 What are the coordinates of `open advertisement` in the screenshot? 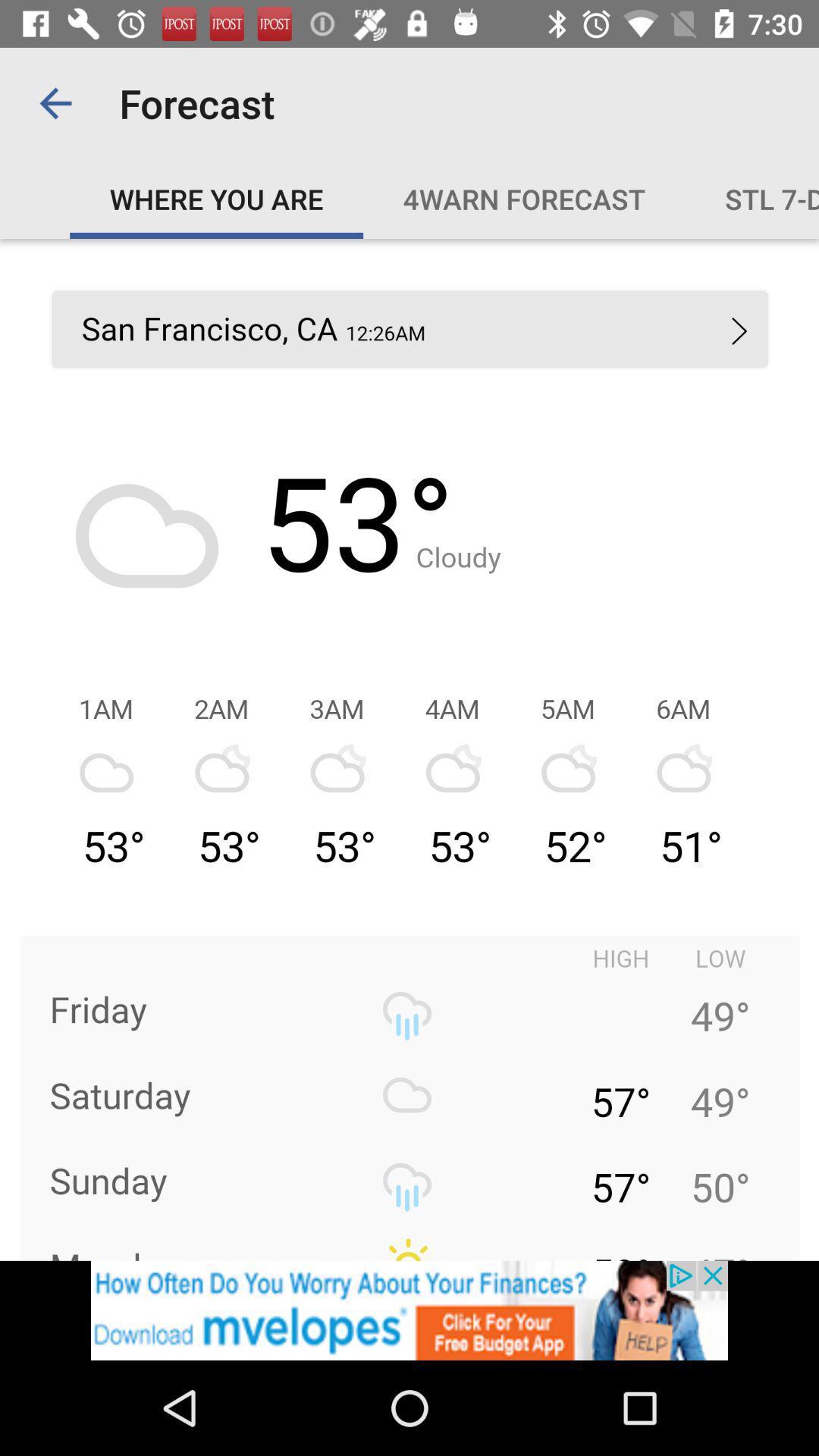 It's located at (409, 1310).